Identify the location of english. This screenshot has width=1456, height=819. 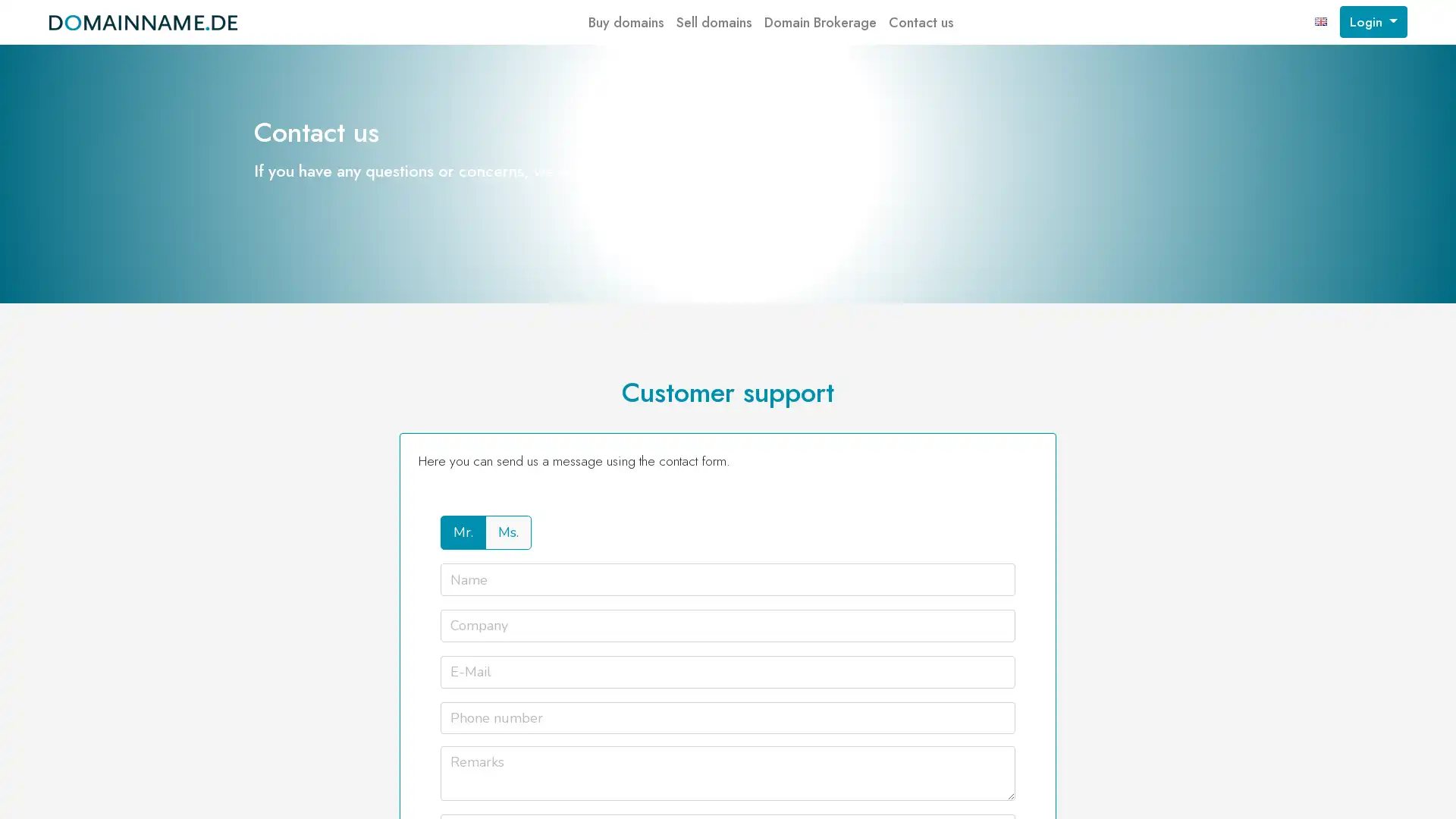
(1320, 22).